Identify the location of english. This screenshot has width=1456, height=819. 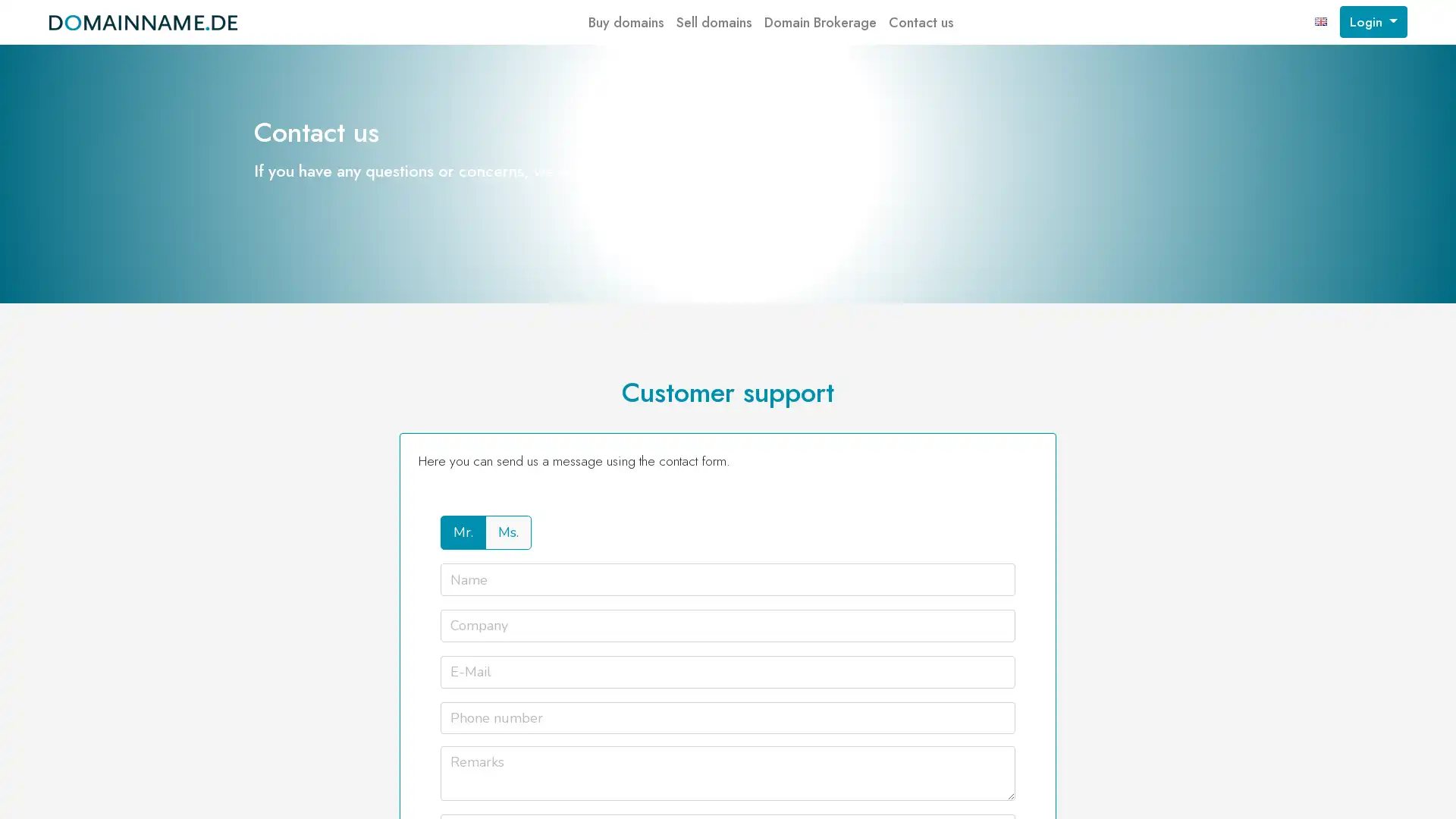
(1320, 22).